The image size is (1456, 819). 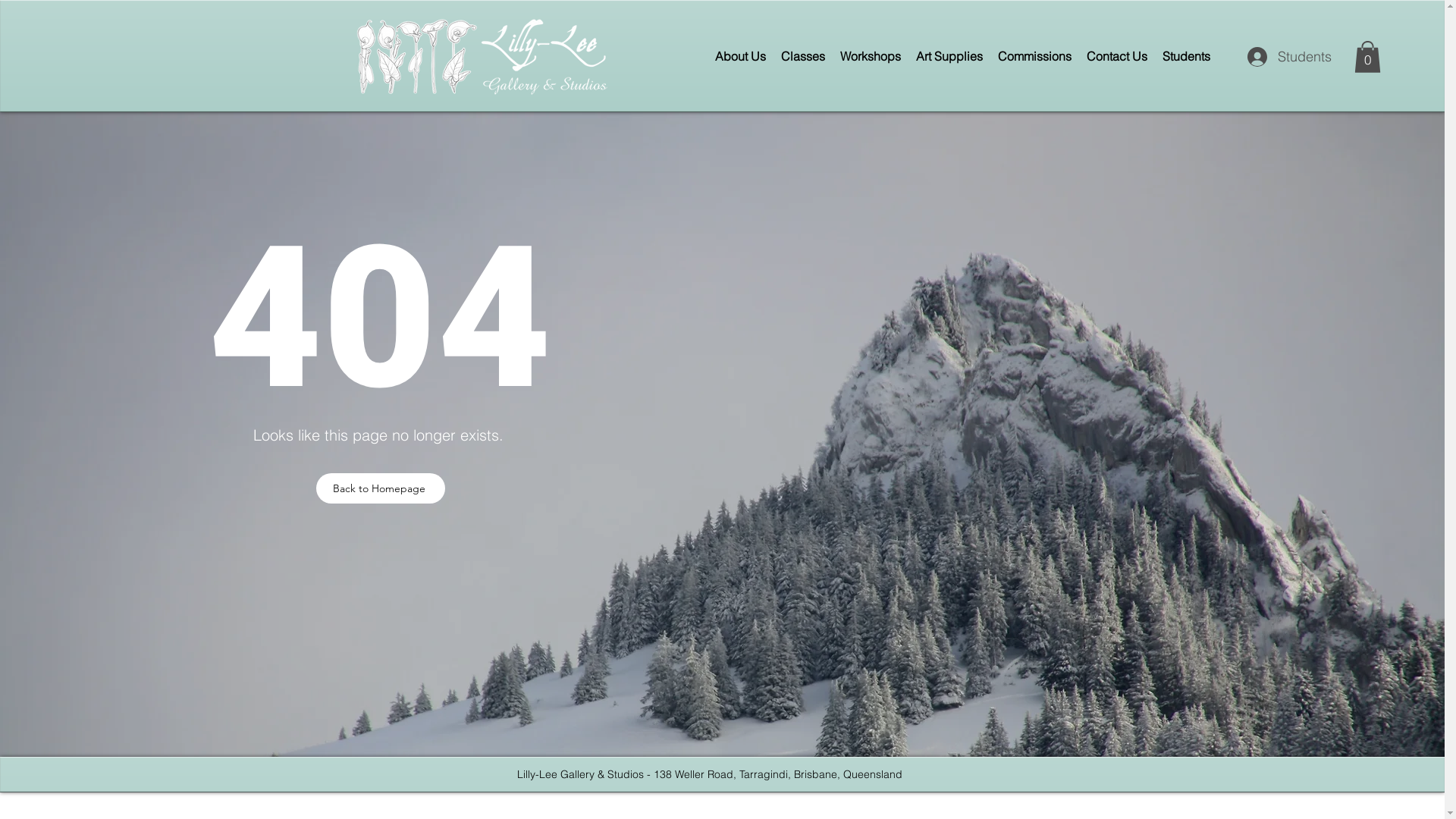 What do you see at coordinates (870, 55) in the screenshot?
I see `'Workshops'` at bounding box center [870, 55].